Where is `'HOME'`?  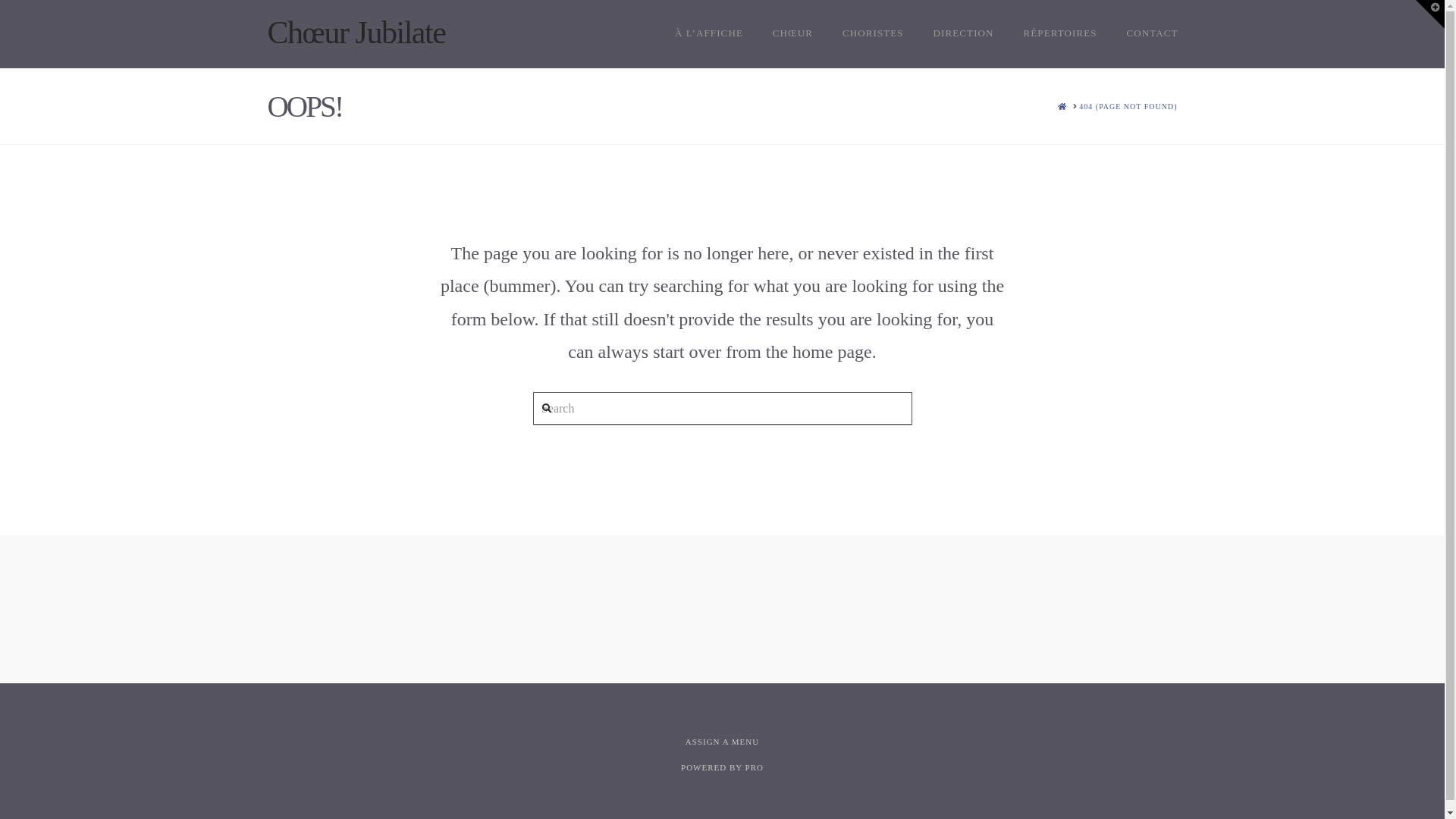 'HOME' is located at coordinates (1057, 105).